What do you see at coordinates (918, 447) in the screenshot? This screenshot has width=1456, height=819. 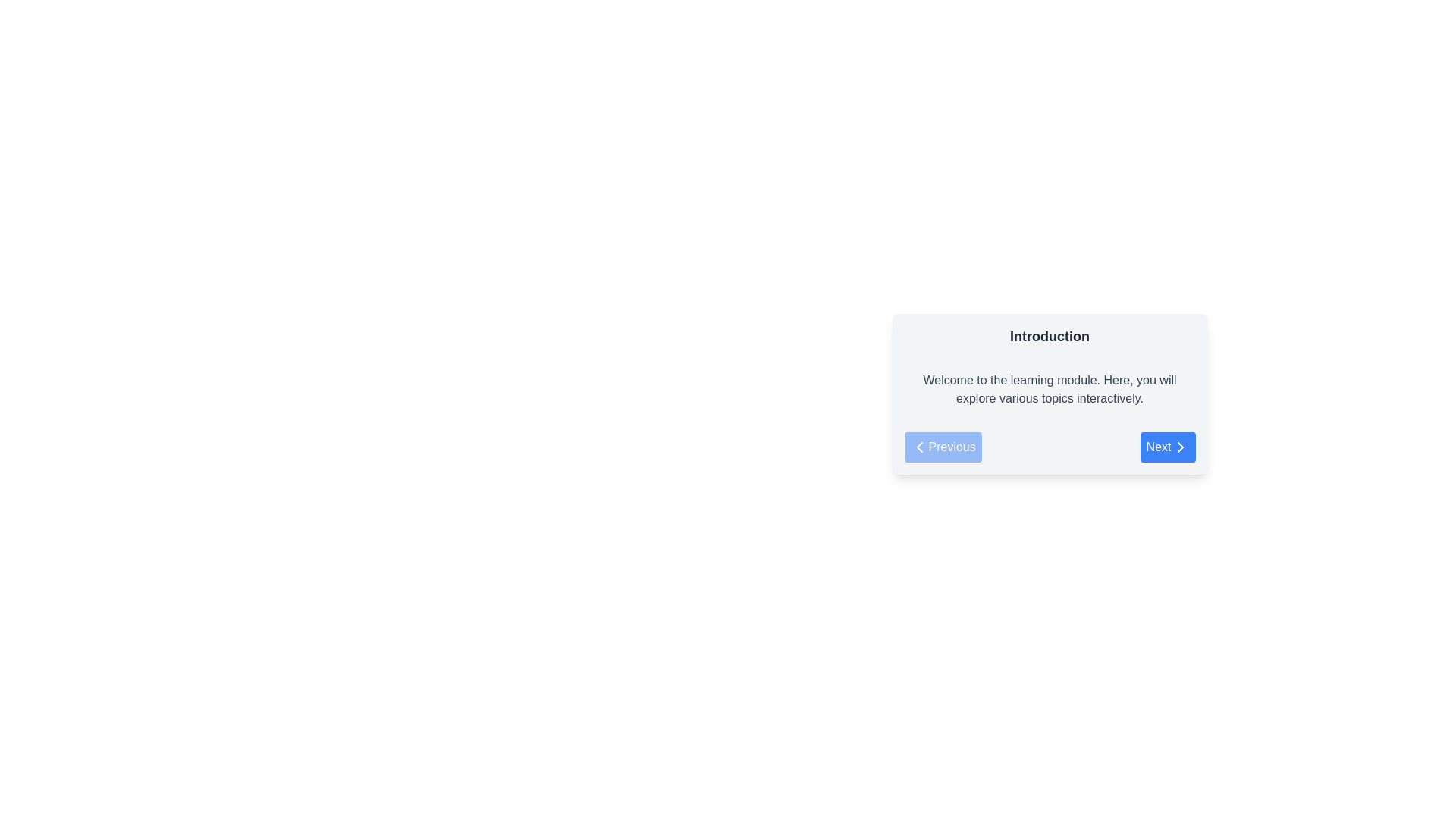 I see `the leftward-pointing chevron icon, which is part of the 'Previous' button located within a rectangular card in the lower right region of the display` at bounding box center [918, 447].